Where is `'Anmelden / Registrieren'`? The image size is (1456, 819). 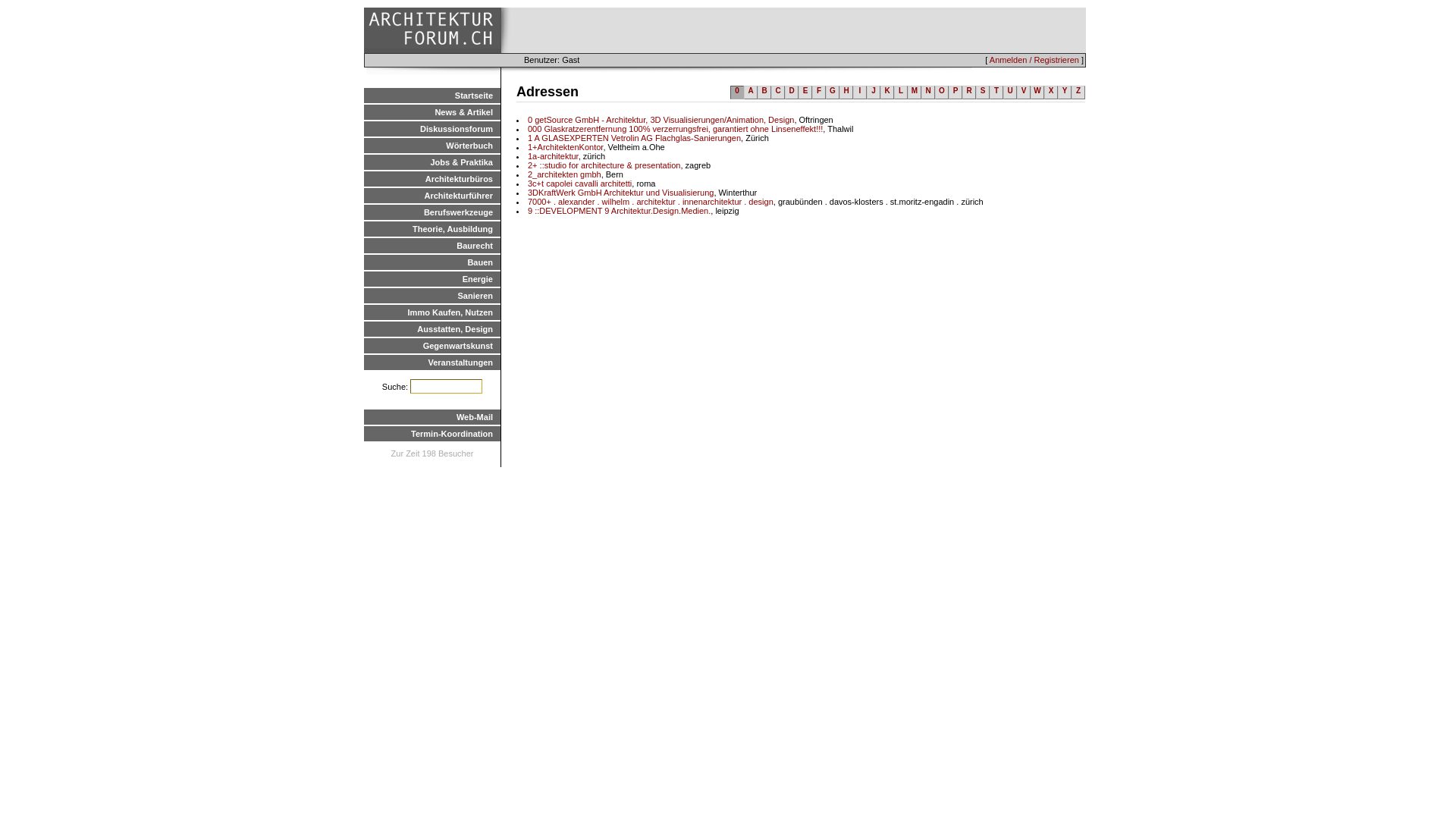
'Anmelden / Registrieren' is located at coordinates (990, 58).